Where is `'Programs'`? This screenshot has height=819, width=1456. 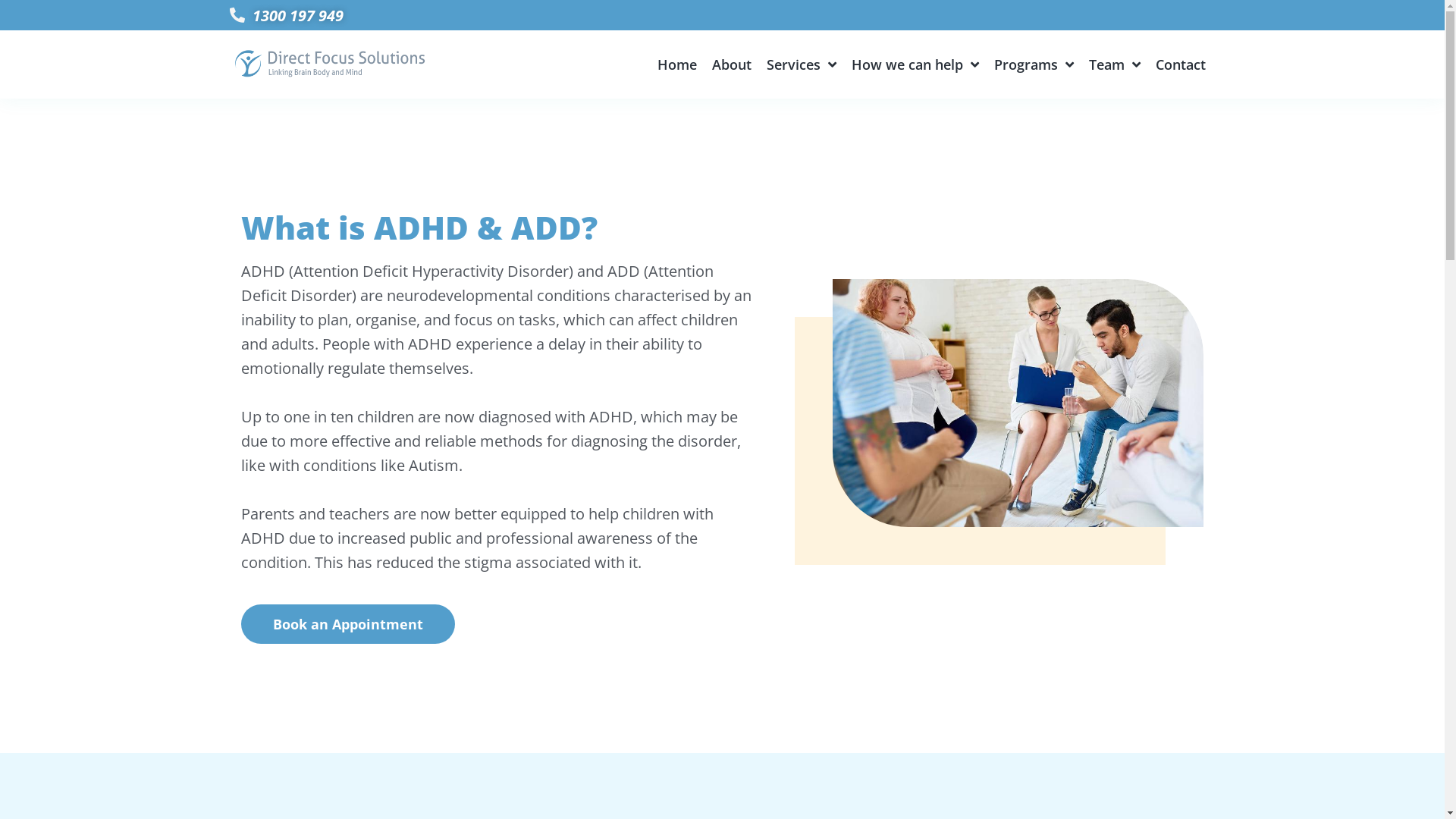
'Programs' is located at coordinates (993, 63).